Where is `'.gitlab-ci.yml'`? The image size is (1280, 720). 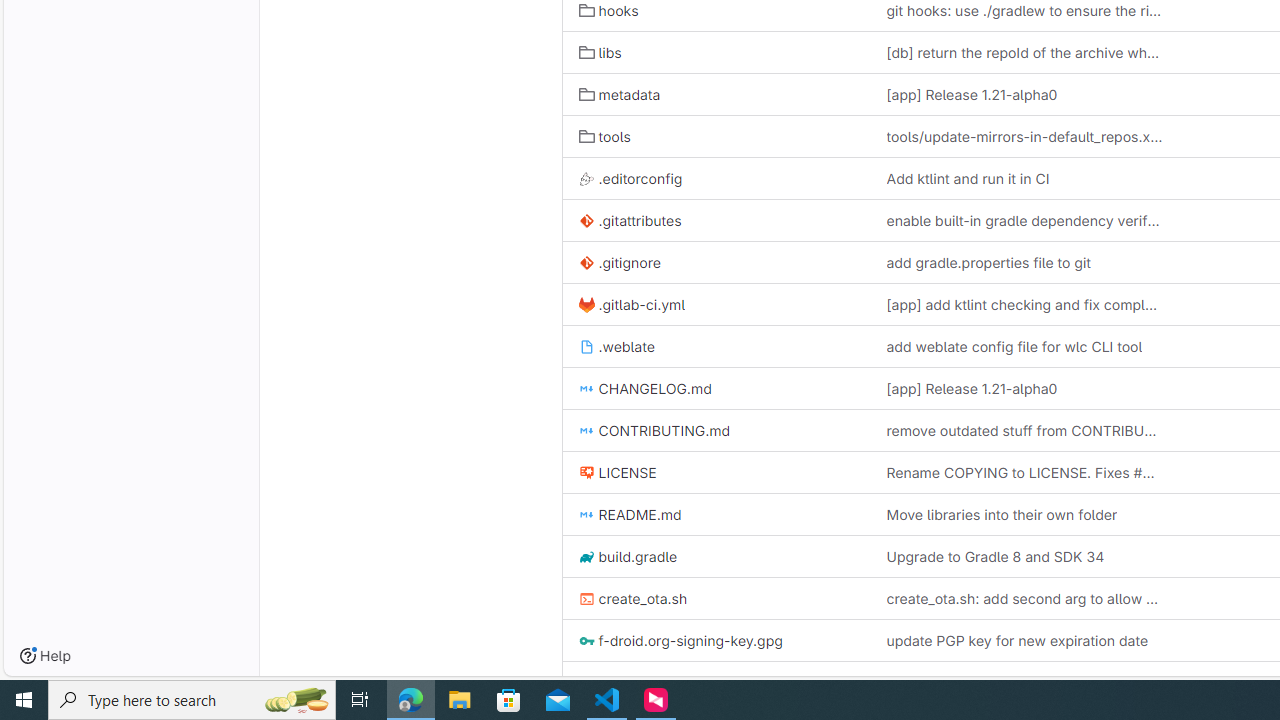
'.gitlab-ci.yml' is located at coordinates (631, 304).